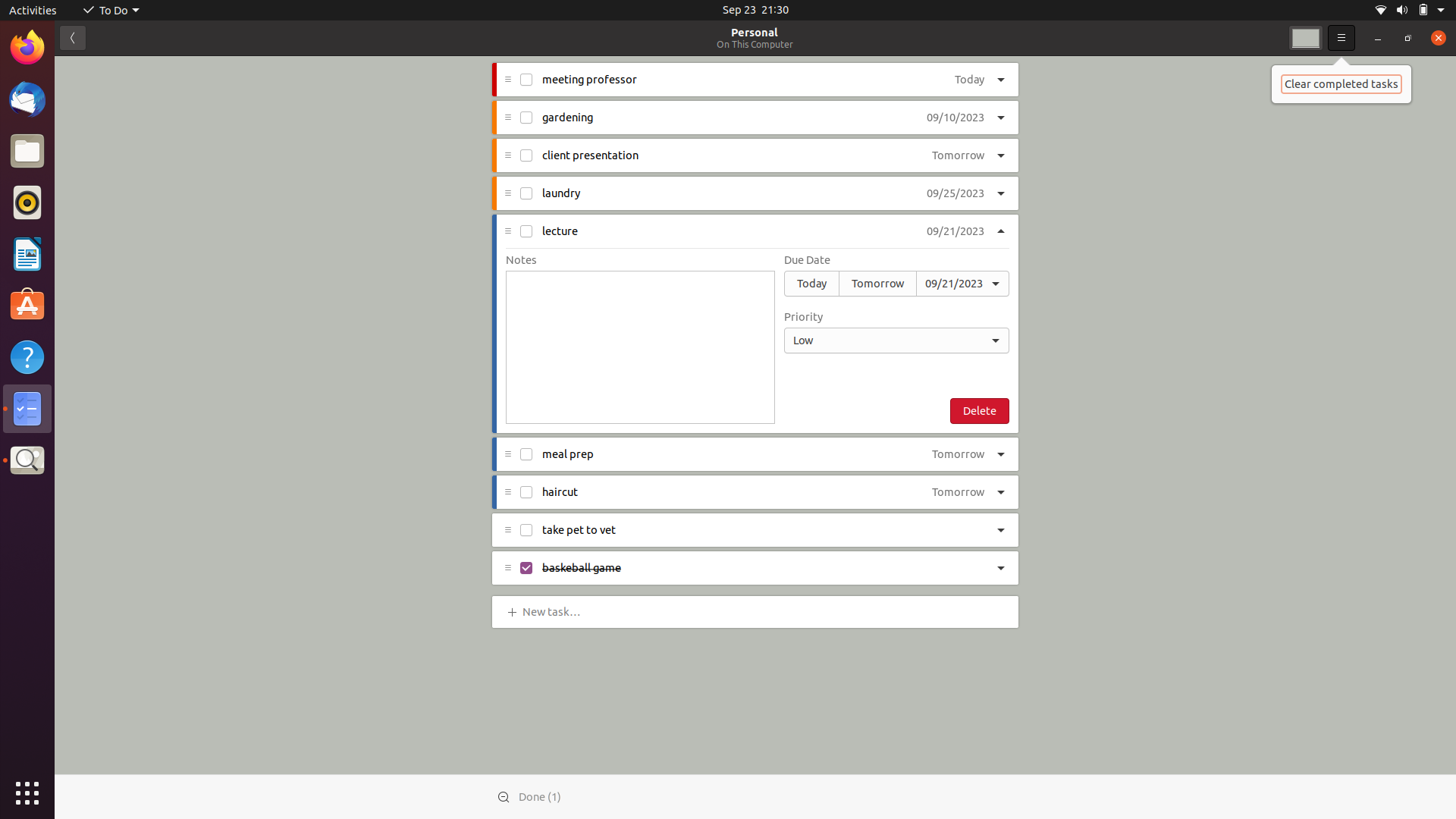  I want to click on Confirm the gardening task as done, so click(526, 117).